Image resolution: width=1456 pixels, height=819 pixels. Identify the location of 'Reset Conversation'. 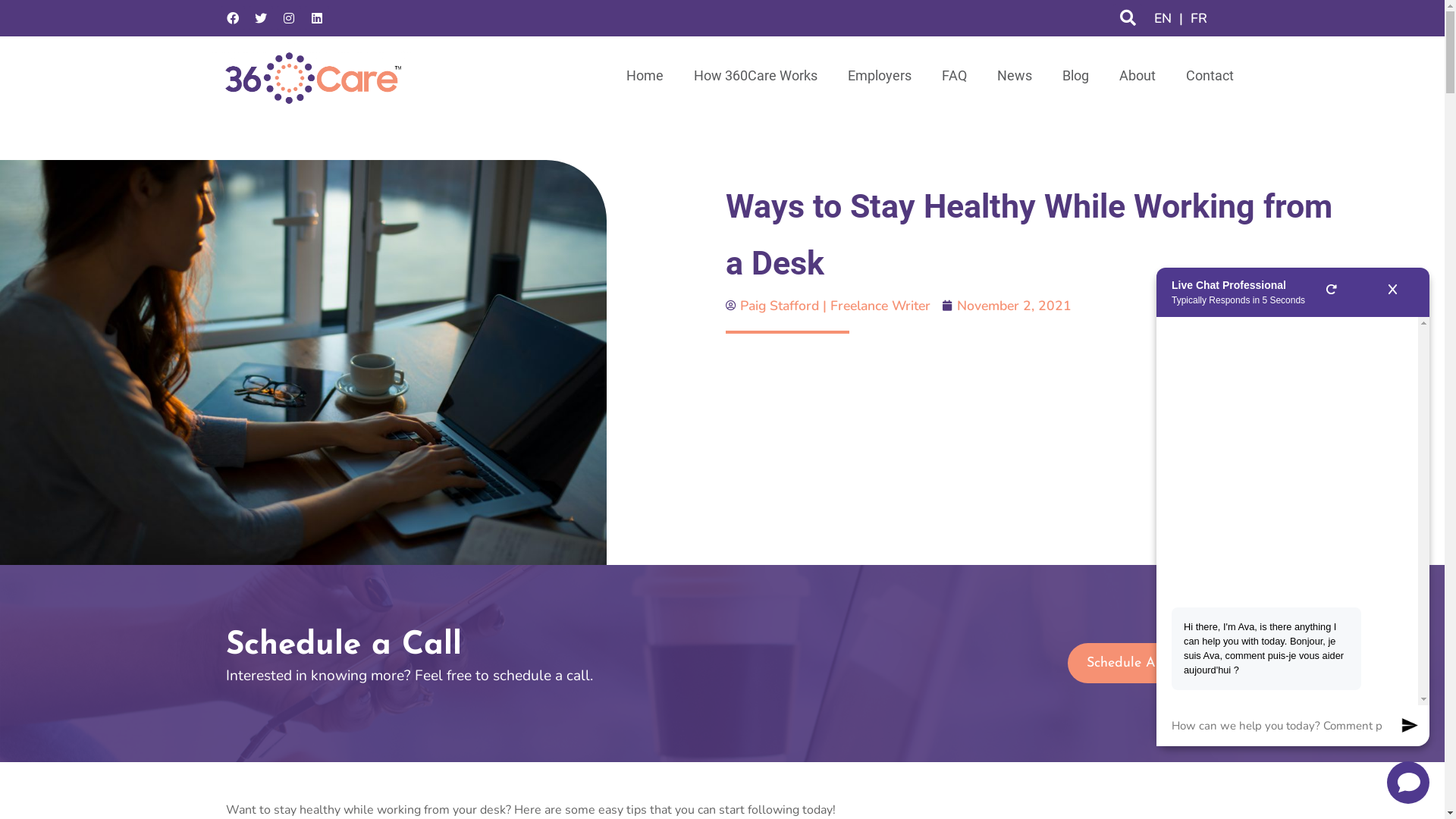
(1330, 292).